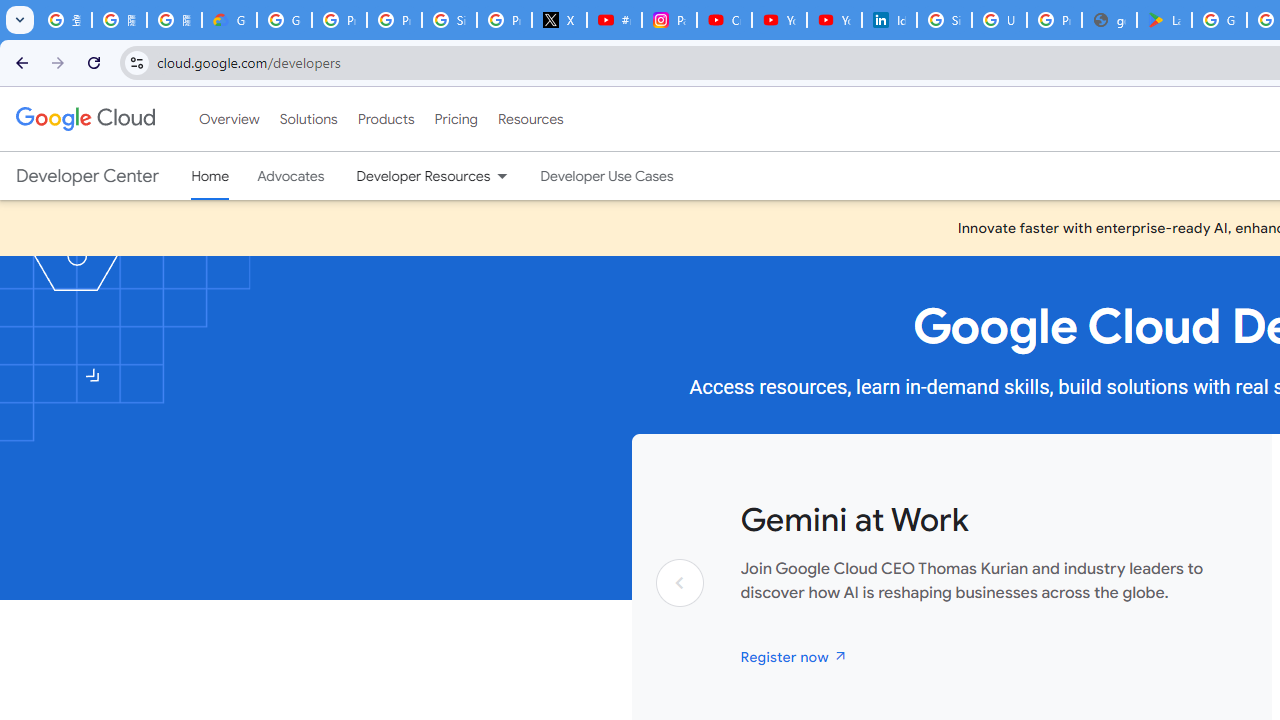 This screenshot has height=720, width=1280. What do you see at coordinates (307, 119) in the screenshot?
I see `'Solutions'` at bounding box center [307, 119].